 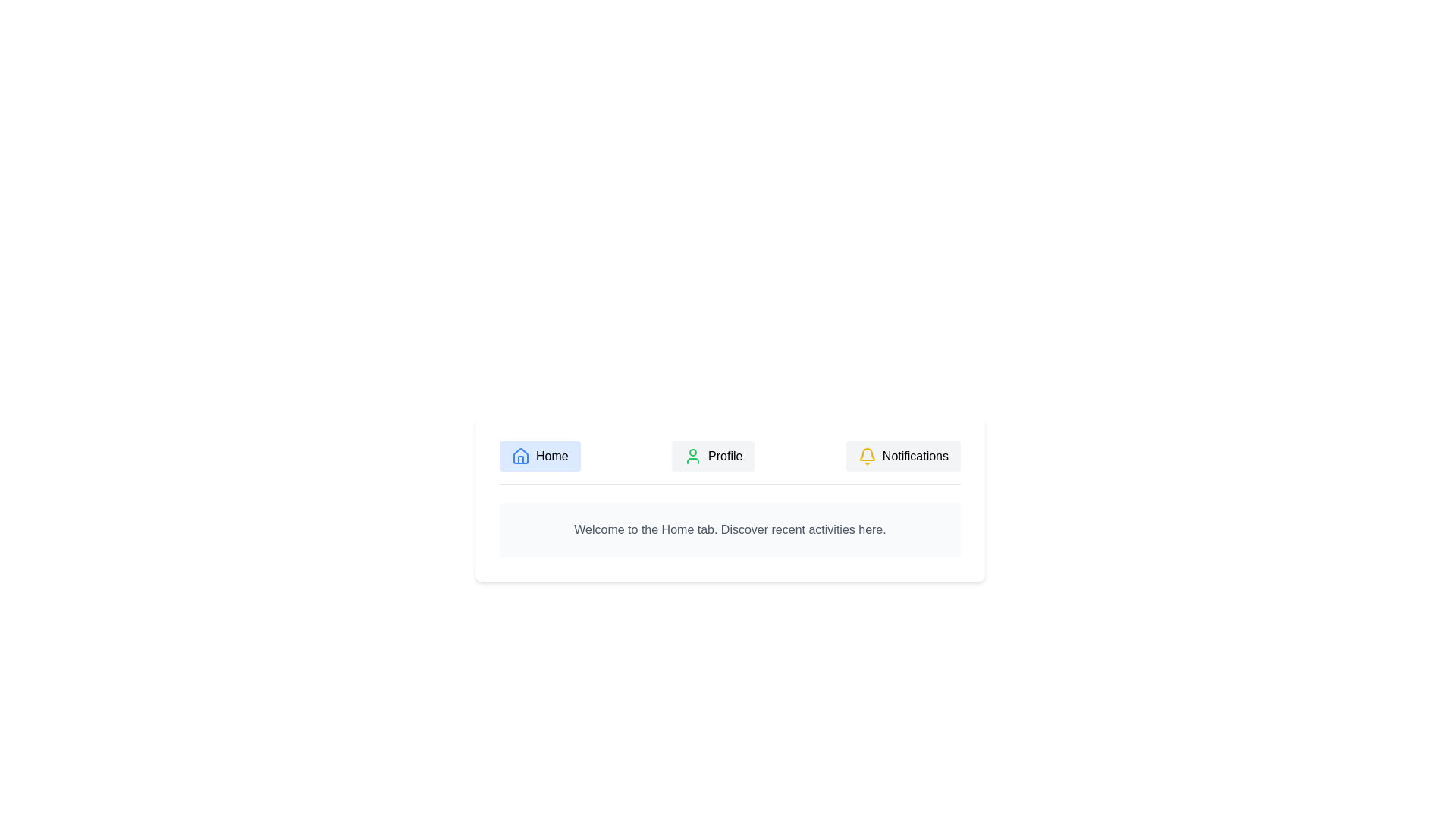 I want to click on the Notifications tab, so click(x=902, y=455).